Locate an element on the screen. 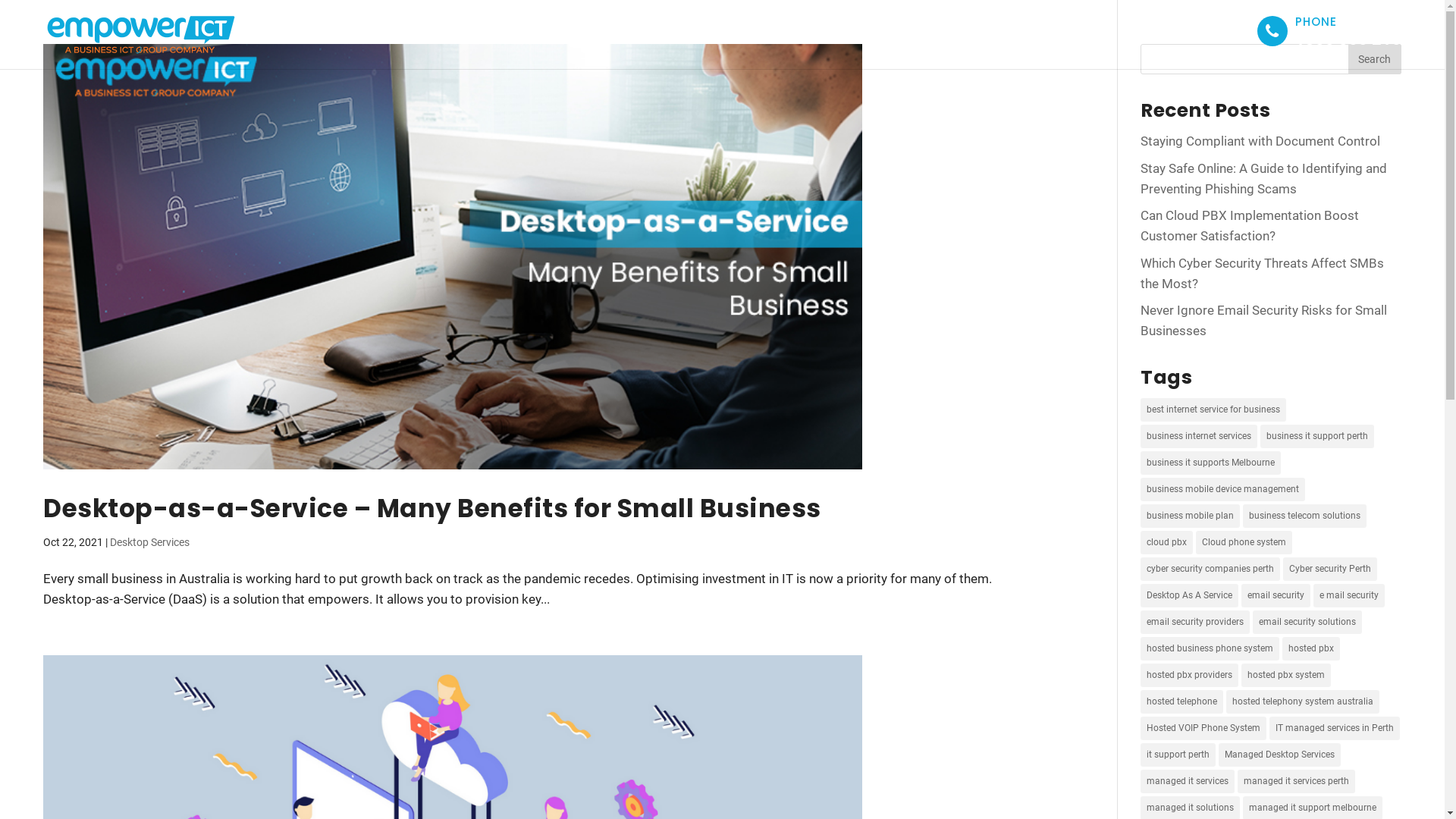 Image resolution: width=1456 pixels, height=819 pixels. 'Blog' is located at coordinates (1136, 30).